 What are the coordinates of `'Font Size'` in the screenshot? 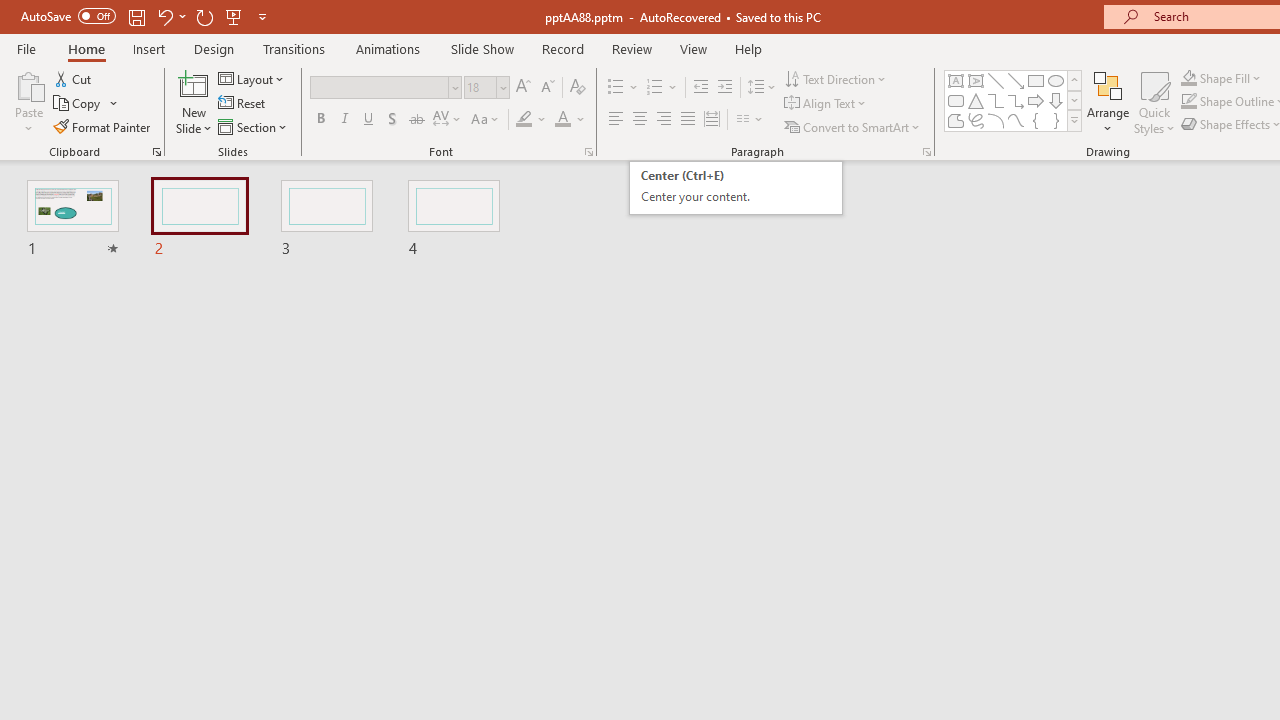 It's located at (480, 86).